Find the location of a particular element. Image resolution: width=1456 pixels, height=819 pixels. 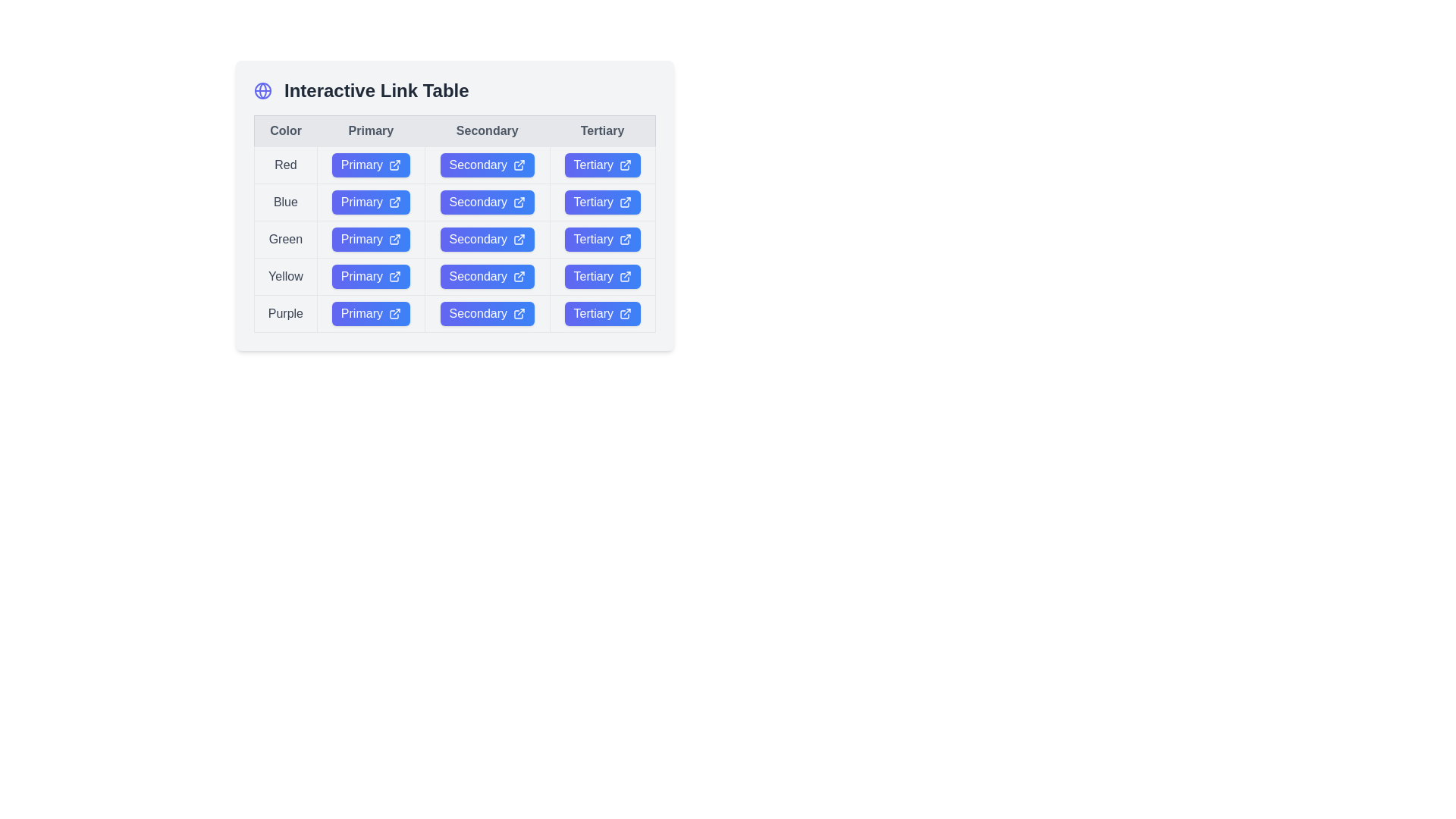

the external link icon with a thin outline, which is located inside the 'Secondary' button in the second column of the 'Blue' row in the Interactive Link Table is located at coordinates (519, 201).